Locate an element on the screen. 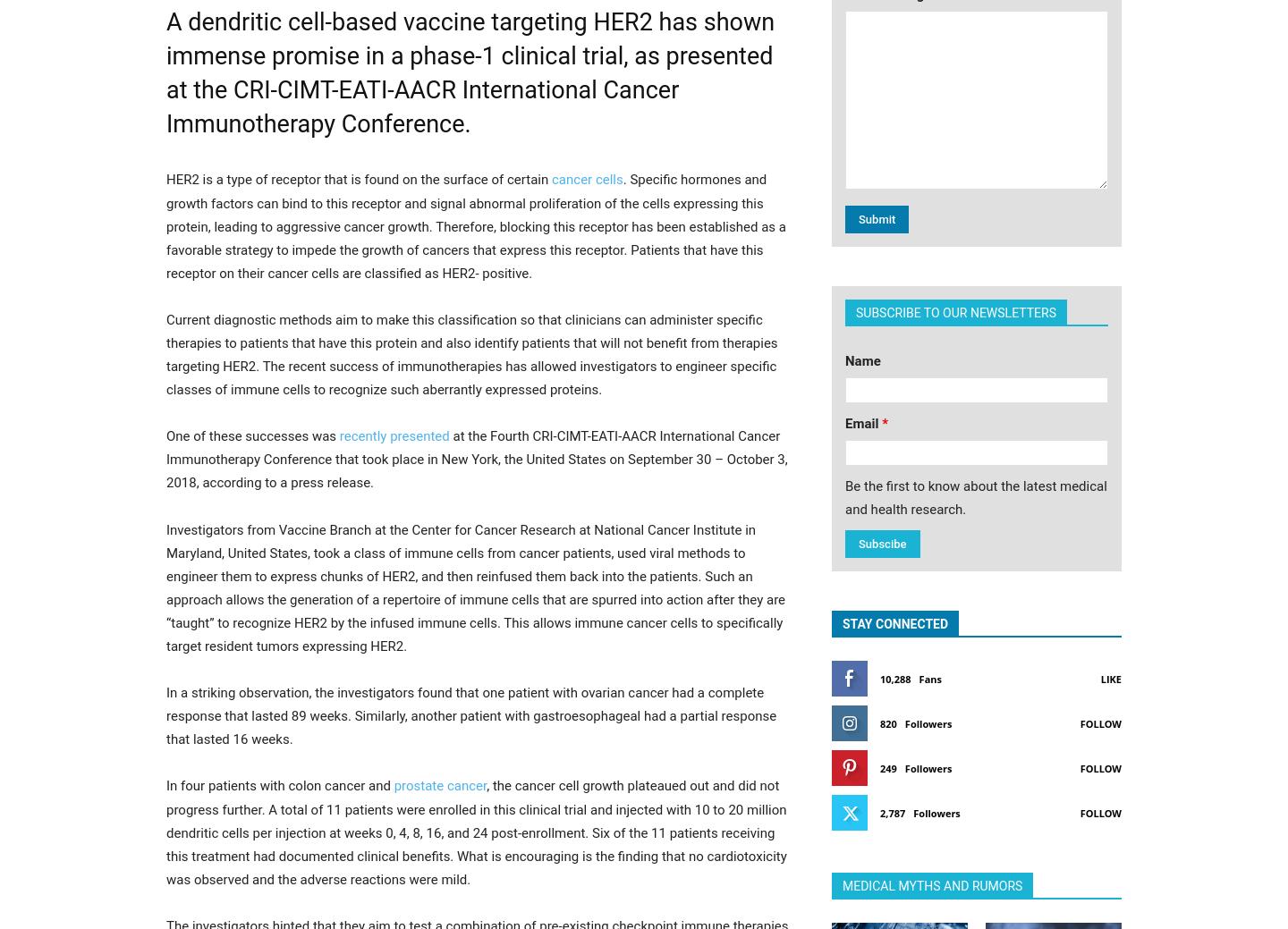  'prostate cancer' is located at coordinates (439, 785).